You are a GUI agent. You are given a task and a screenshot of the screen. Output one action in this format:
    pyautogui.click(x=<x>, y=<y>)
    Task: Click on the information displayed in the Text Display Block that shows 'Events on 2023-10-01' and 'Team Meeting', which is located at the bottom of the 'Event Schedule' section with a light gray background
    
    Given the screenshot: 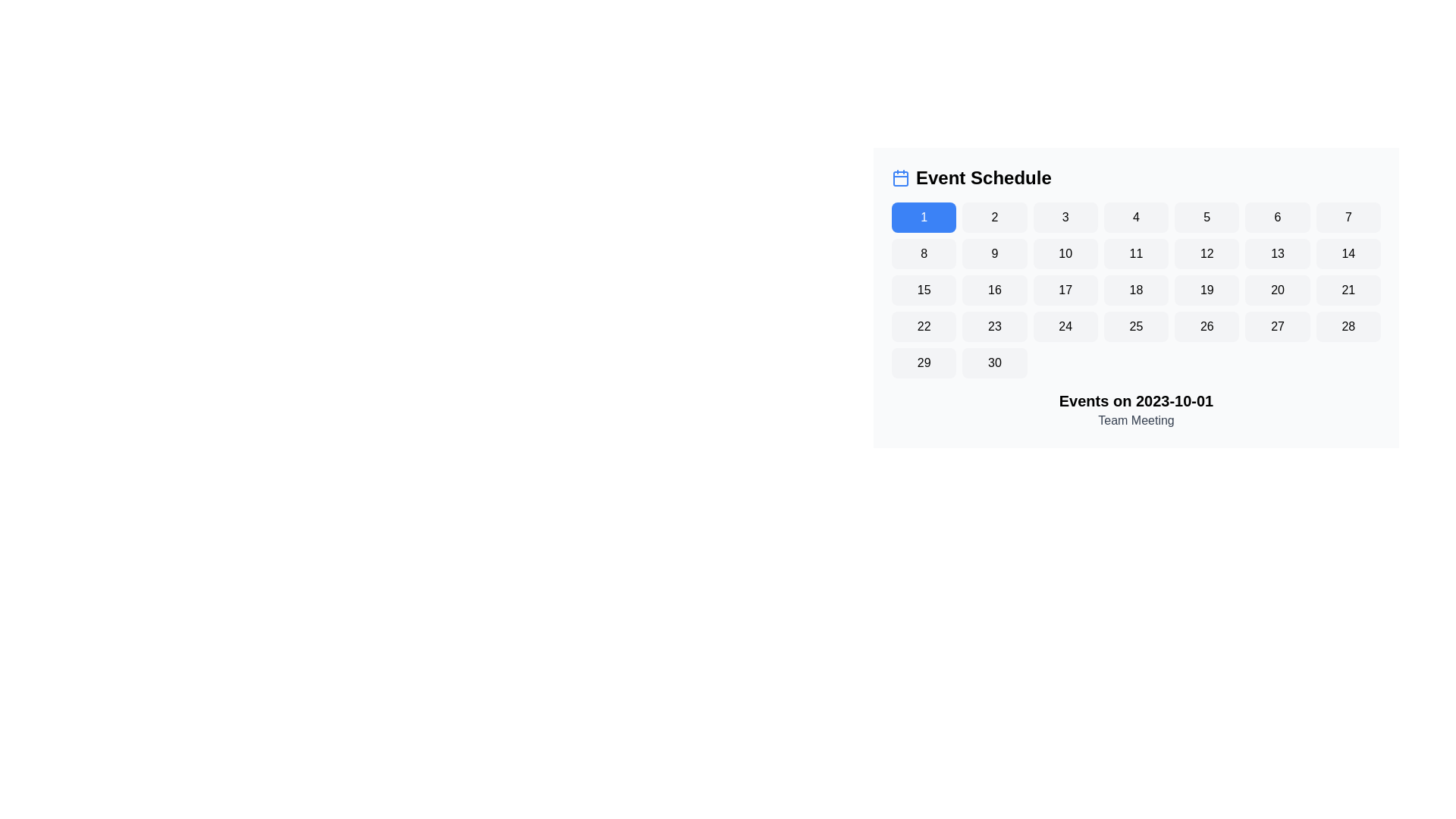 What is the action you would take?
    pyautogui.click(x=1136, y=409)
    